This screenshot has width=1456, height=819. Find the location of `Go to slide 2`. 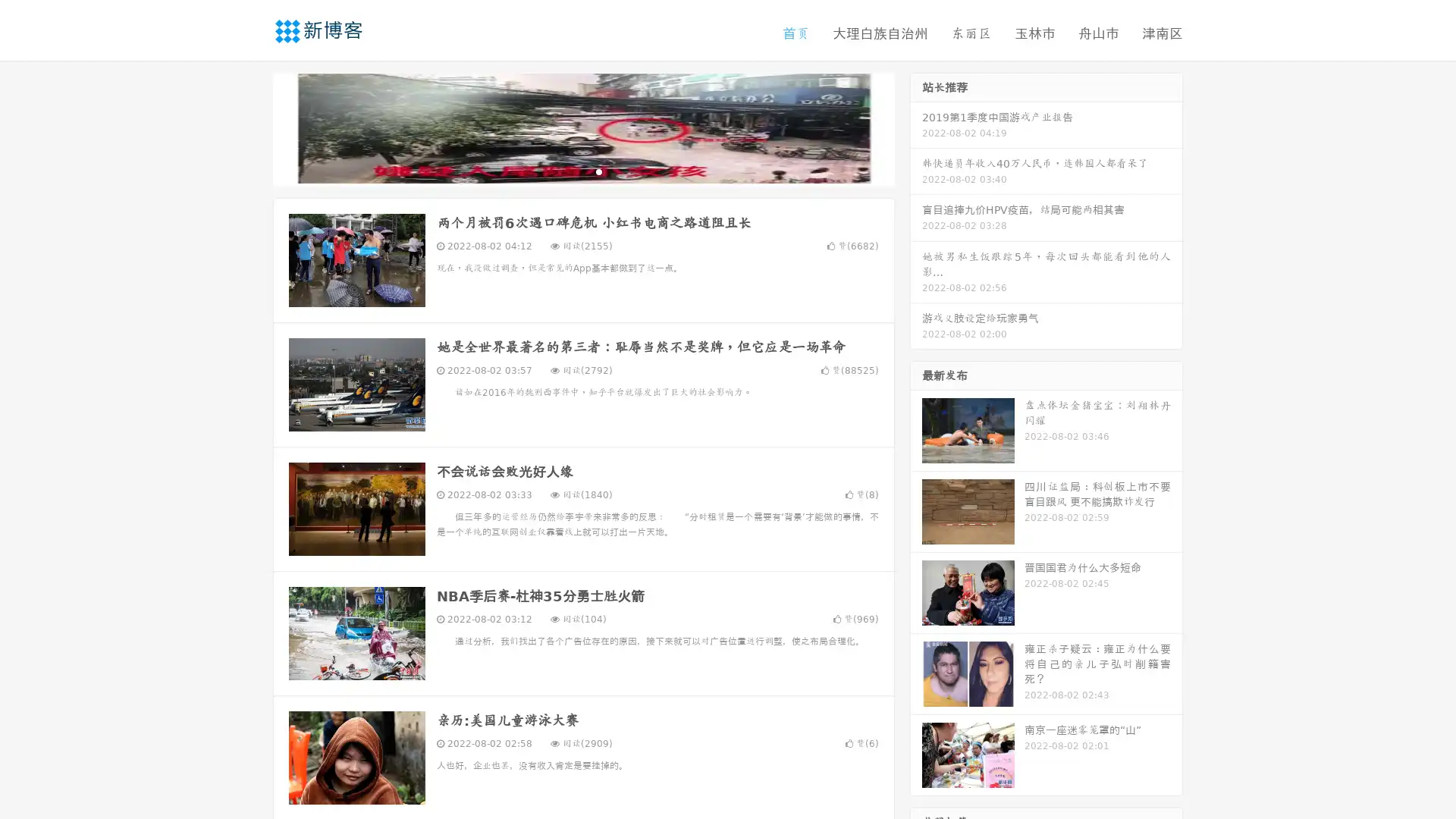

Go to slide 2 is located at coordinates (582, 171).